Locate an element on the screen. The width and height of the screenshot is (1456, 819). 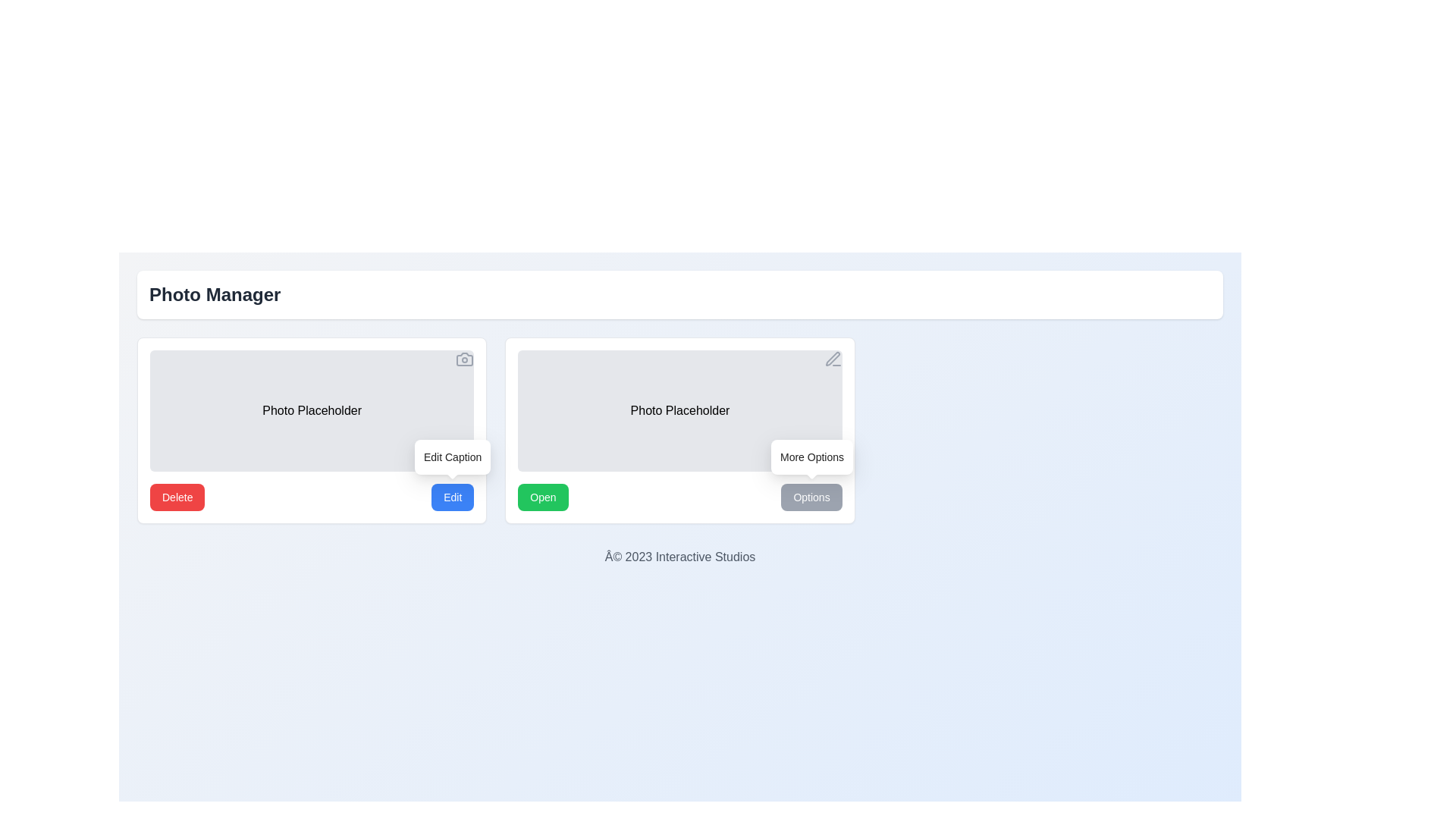
the pen icon, which is a minimalistic vector graphic located at the top-right corner of the second box above the 'Photo Placeholder.' is located at coordinates (832, 359).